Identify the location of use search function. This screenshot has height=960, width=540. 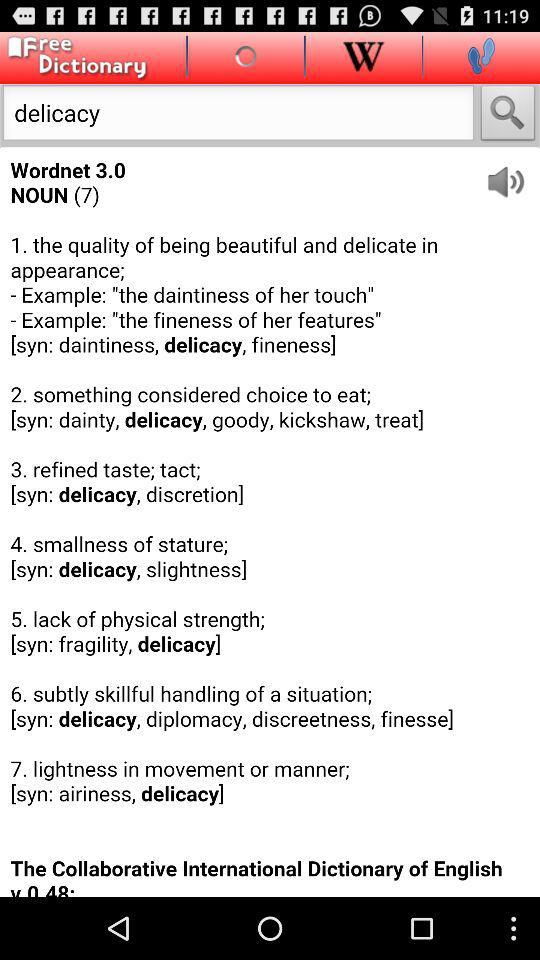
(508, 115).